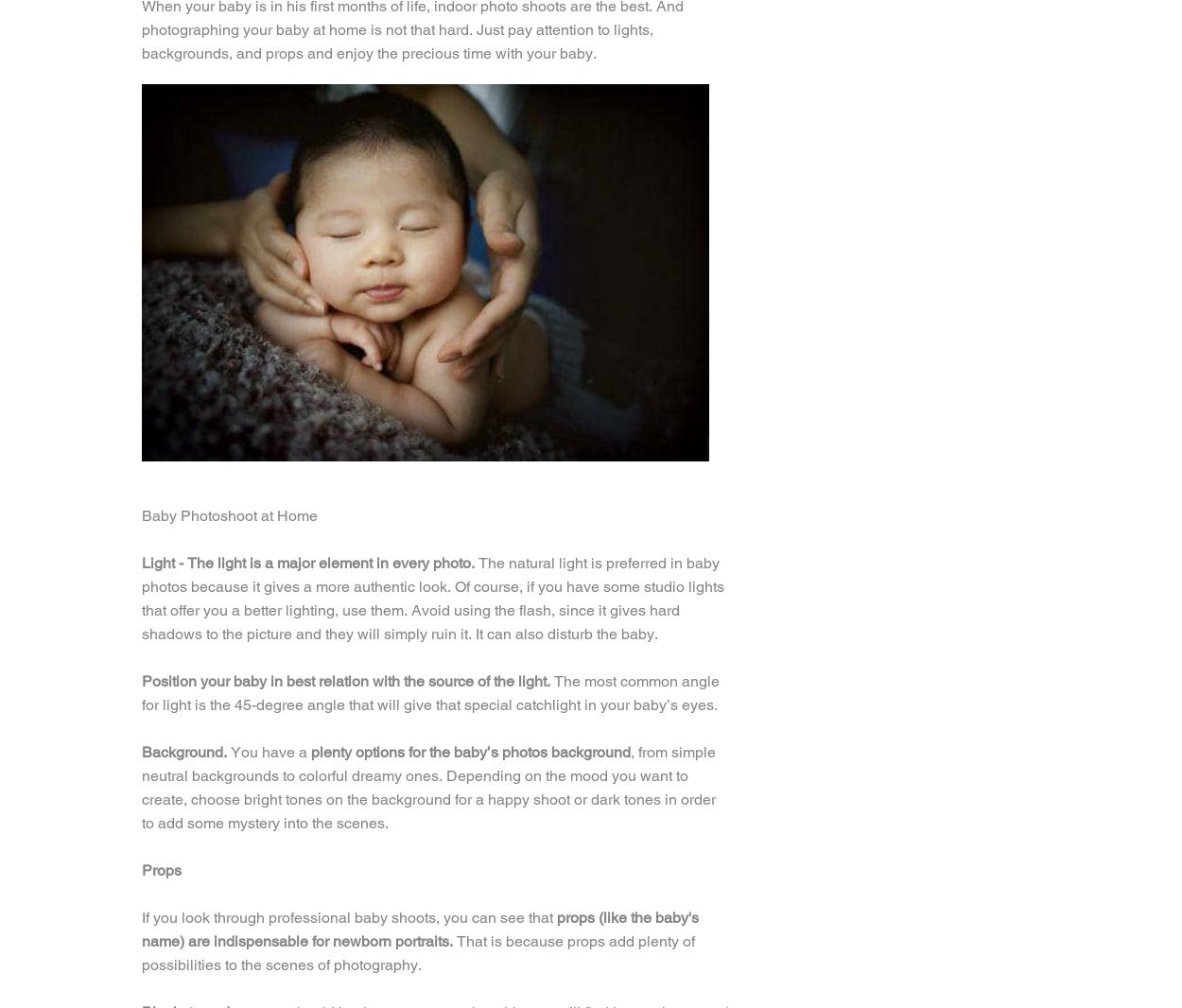  What do you see at coordinates (429, 691) in the screenshot?
I see `'The most common angle for light is the 45-degree angle that will give that special catchlight in your baby’s eyes.'` at bounding box center [429, 691].